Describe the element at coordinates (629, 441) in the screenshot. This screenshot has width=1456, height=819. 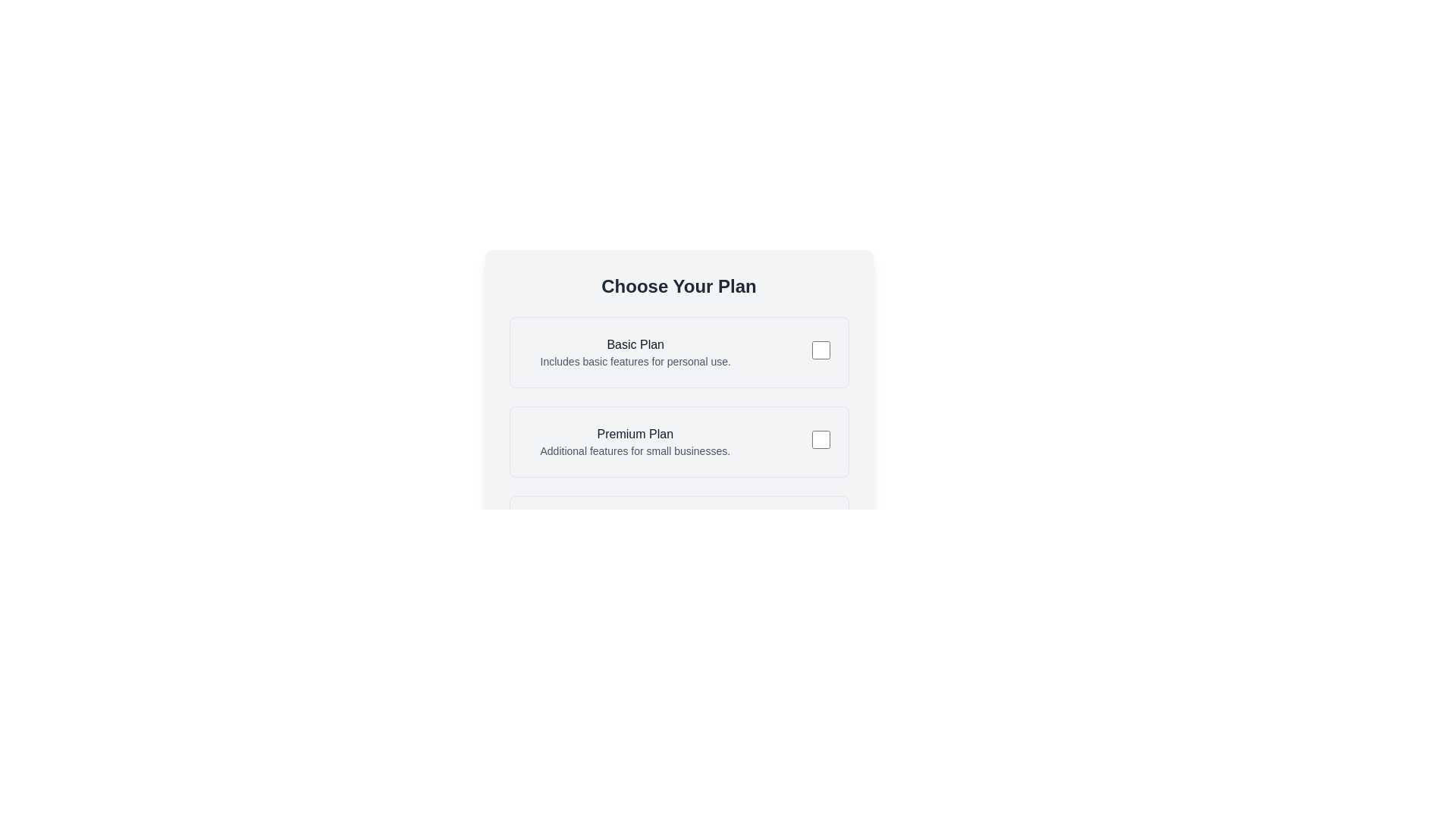
I see `the second selectable option under the 'Choose Your Plan' heading, which is visually represented as the 'Basic Plan' option` at that location.